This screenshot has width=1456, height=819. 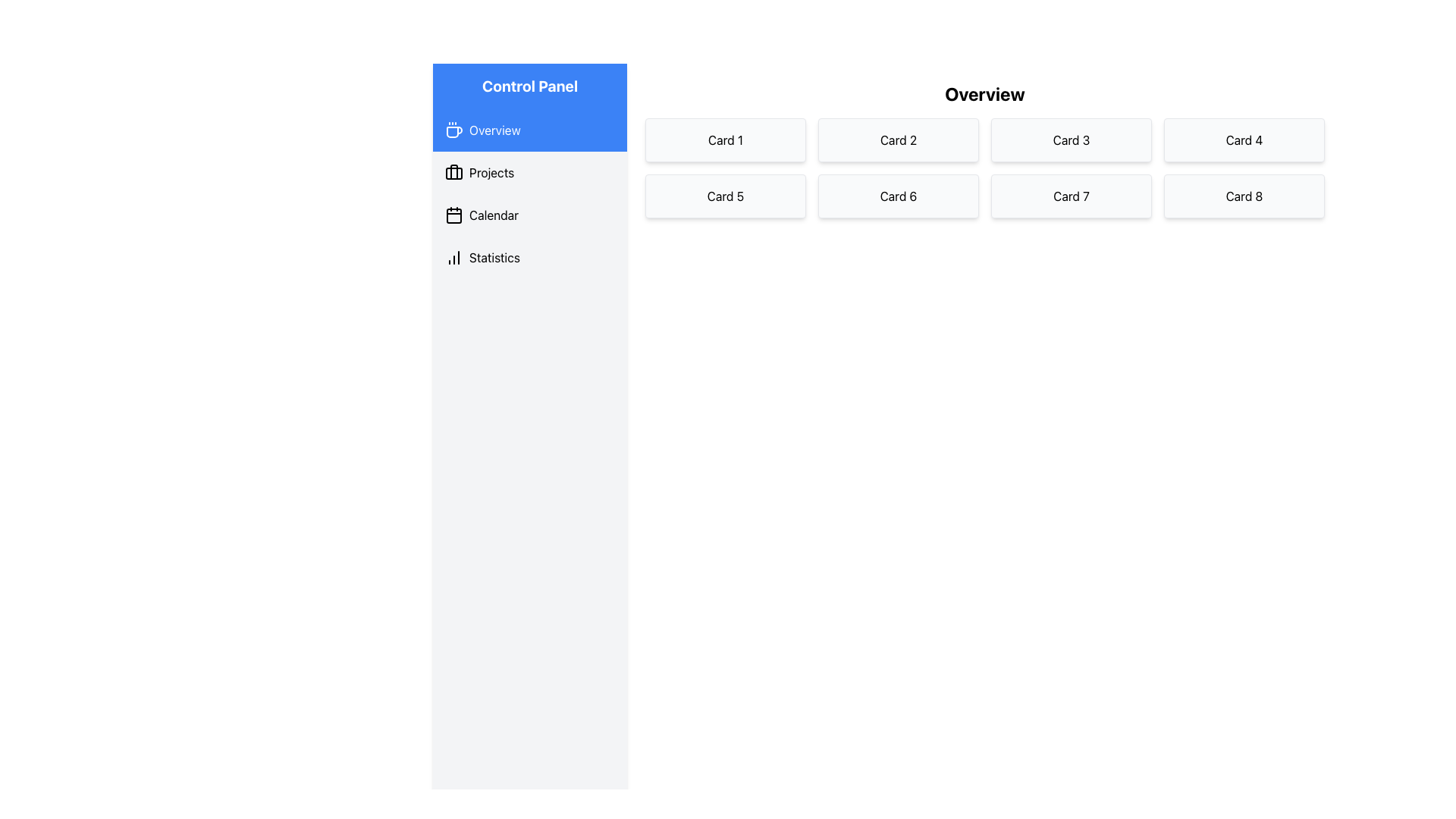 I want to click on the text label displaying 'Card 2' which is centered within a light gray rounded rectangle in the second card of the grid under the 'Overview' header, so click(x=899, y=140).